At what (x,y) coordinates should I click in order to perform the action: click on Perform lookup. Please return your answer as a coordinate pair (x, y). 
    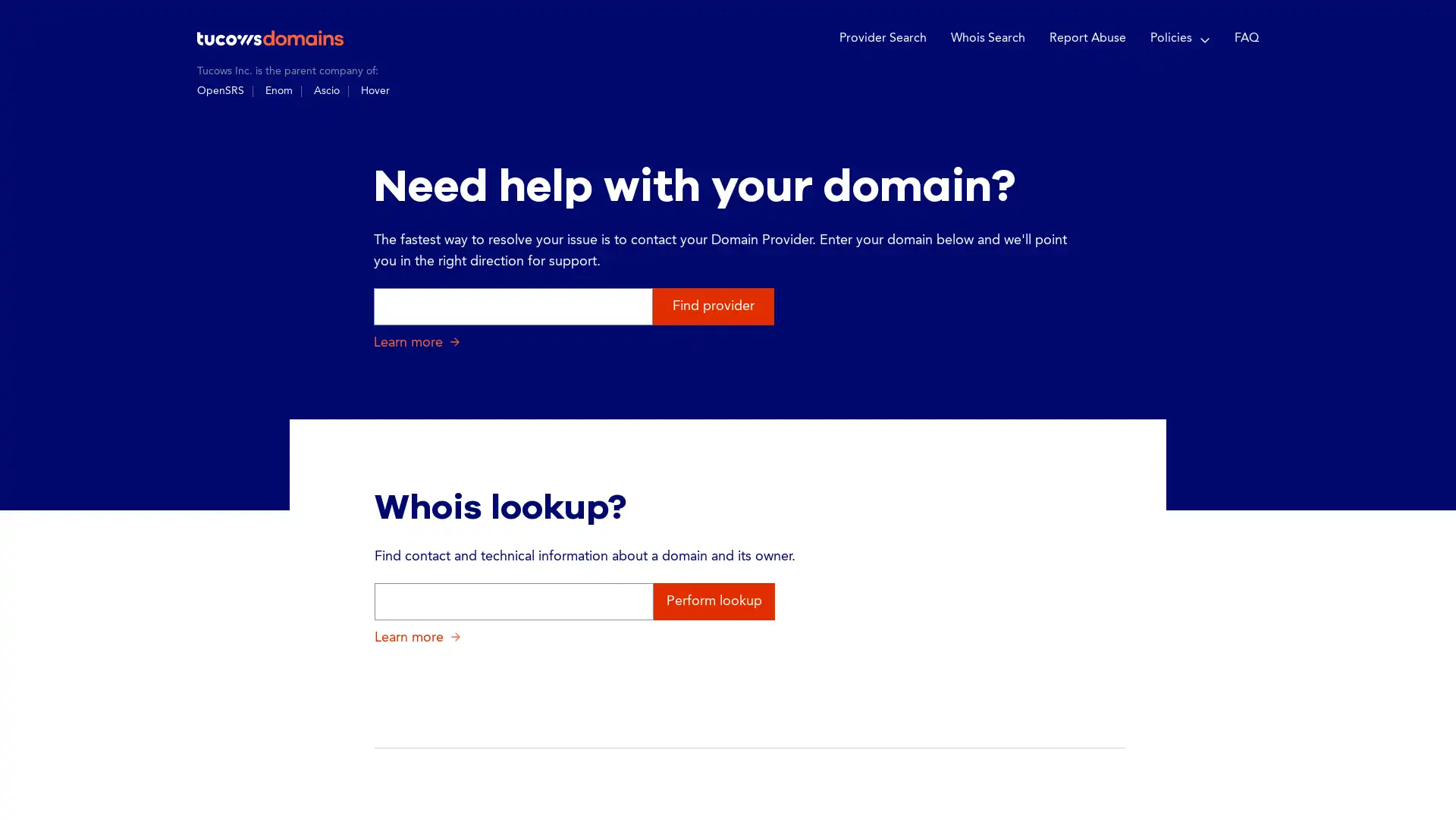
    Looking at the image, I should click on (713, 600).